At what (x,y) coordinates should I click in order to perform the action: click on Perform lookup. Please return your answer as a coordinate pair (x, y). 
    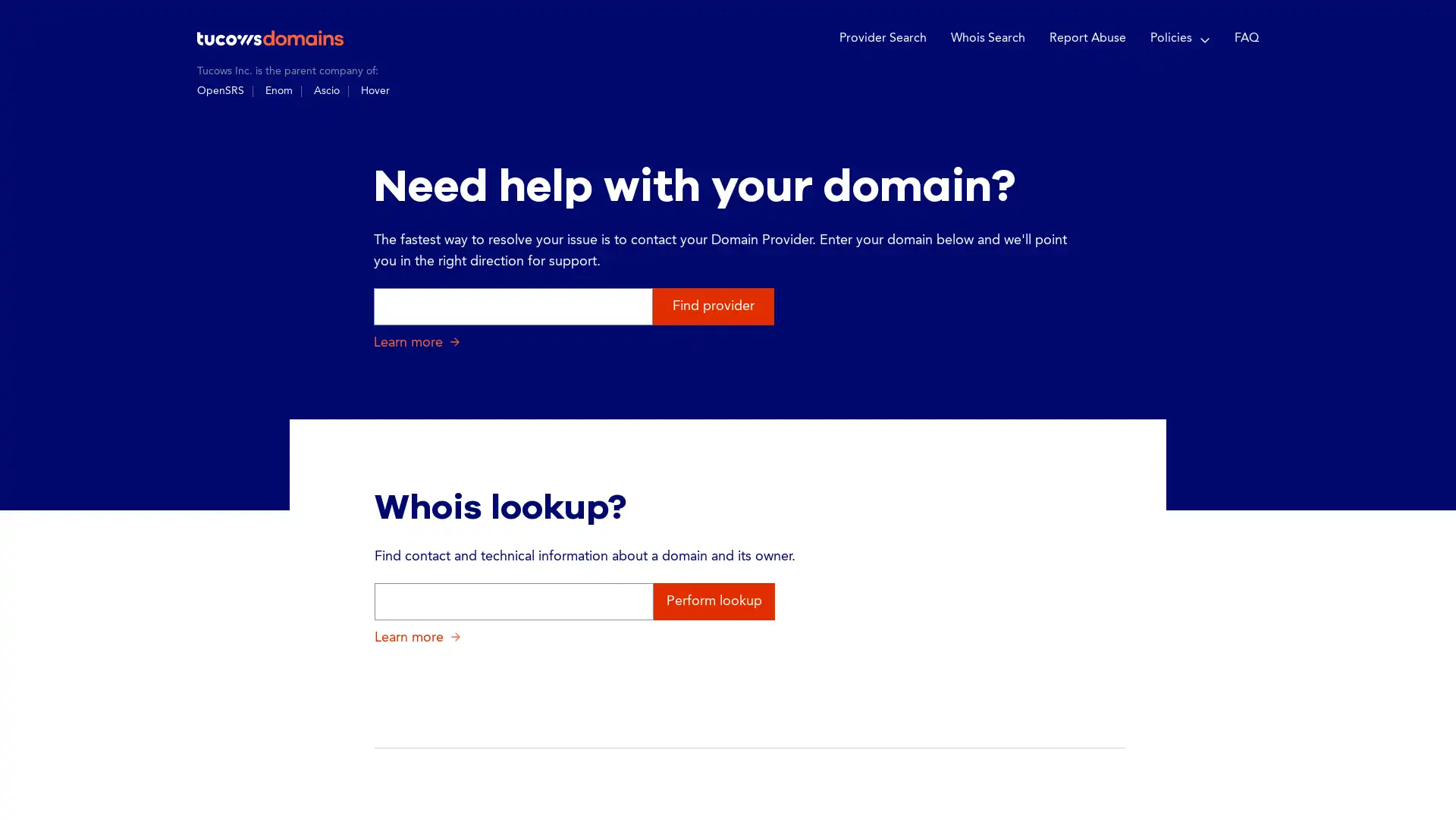
    Looking at the image, I should click on (713, 600).